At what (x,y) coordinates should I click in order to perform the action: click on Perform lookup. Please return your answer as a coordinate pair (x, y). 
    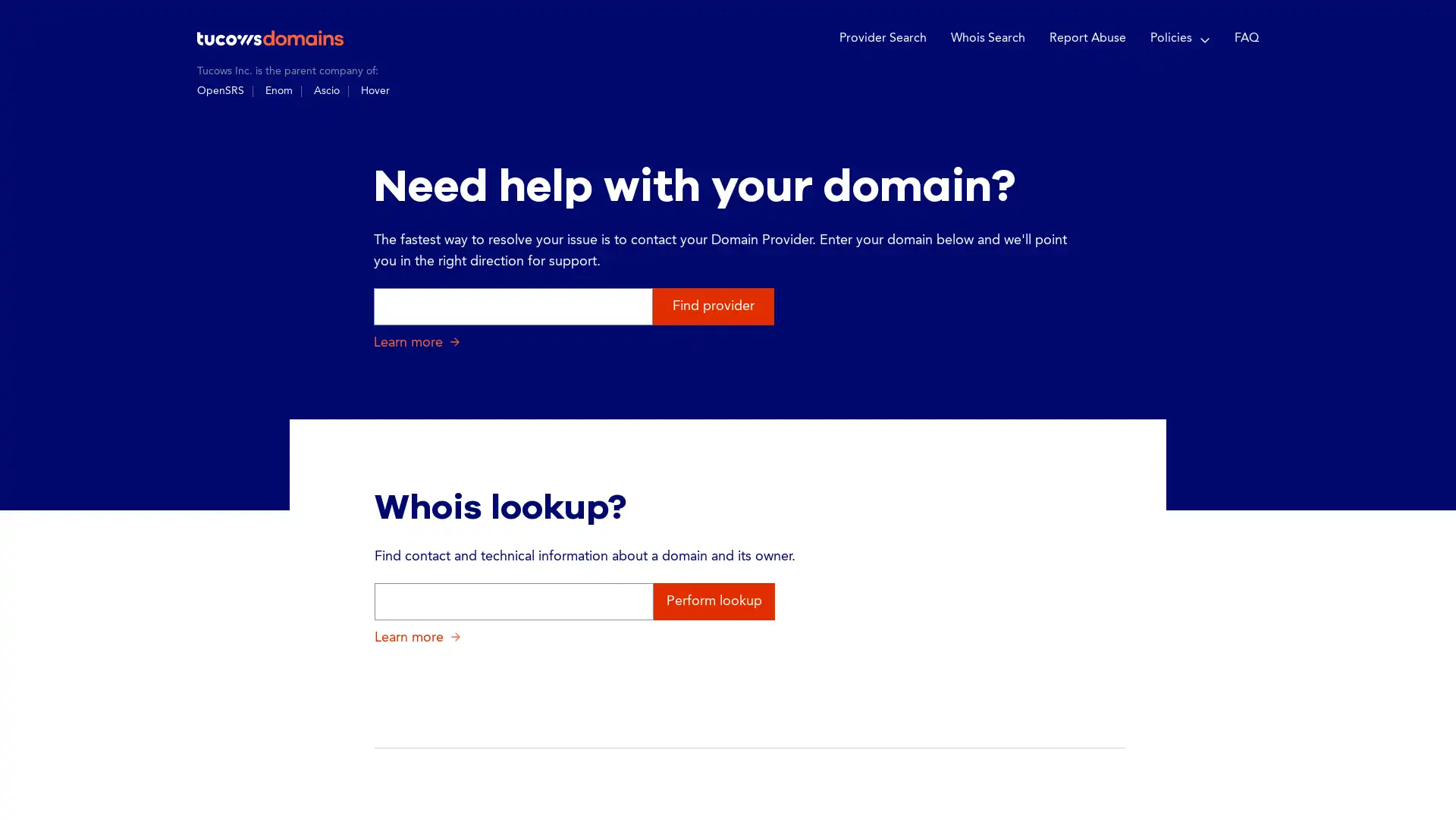
    Looking at the image, I should click on (713, 600).